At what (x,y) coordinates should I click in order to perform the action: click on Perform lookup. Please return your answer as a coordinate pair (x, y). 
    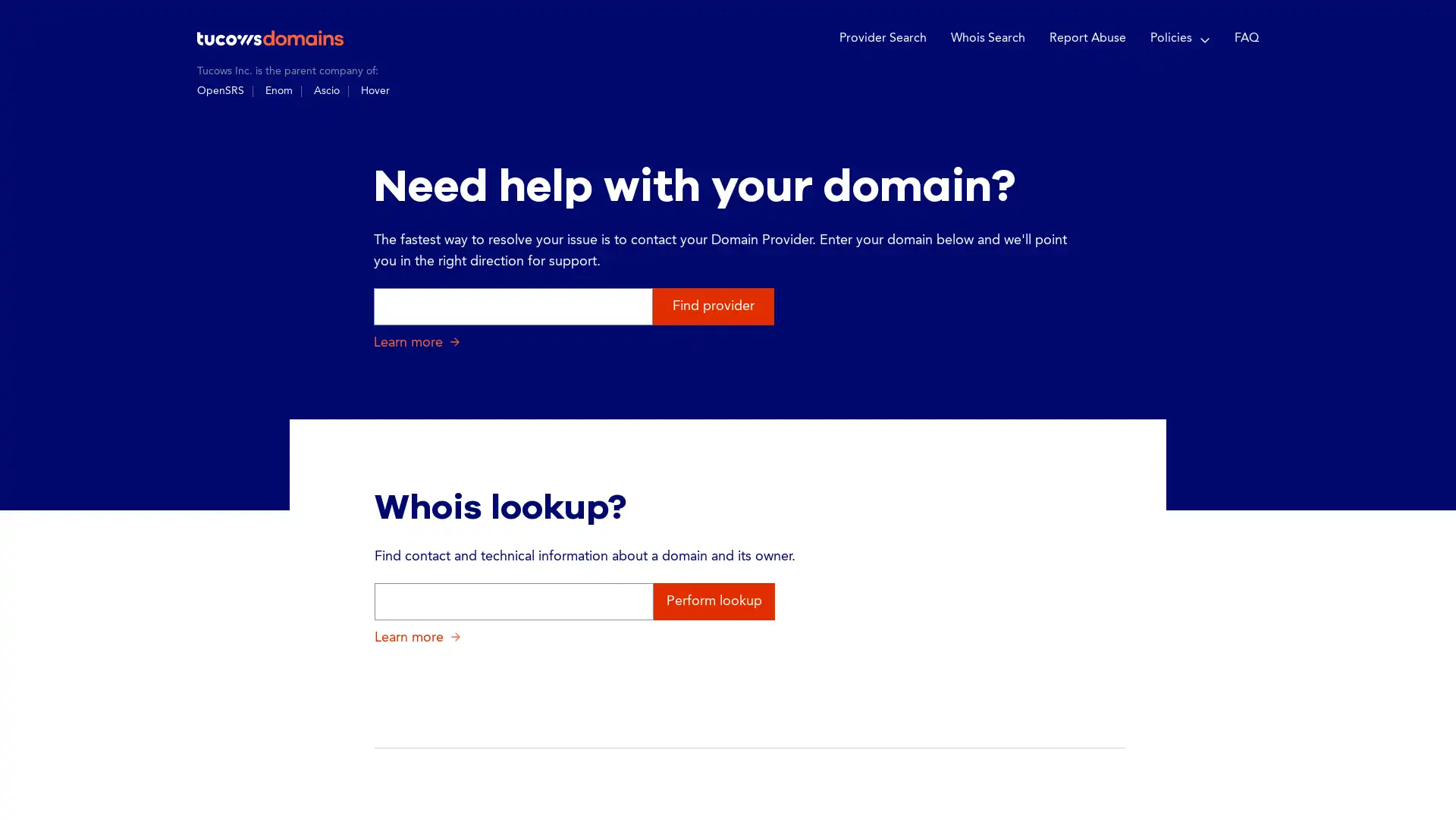
    Looking at the image, I should click on (713, 600).